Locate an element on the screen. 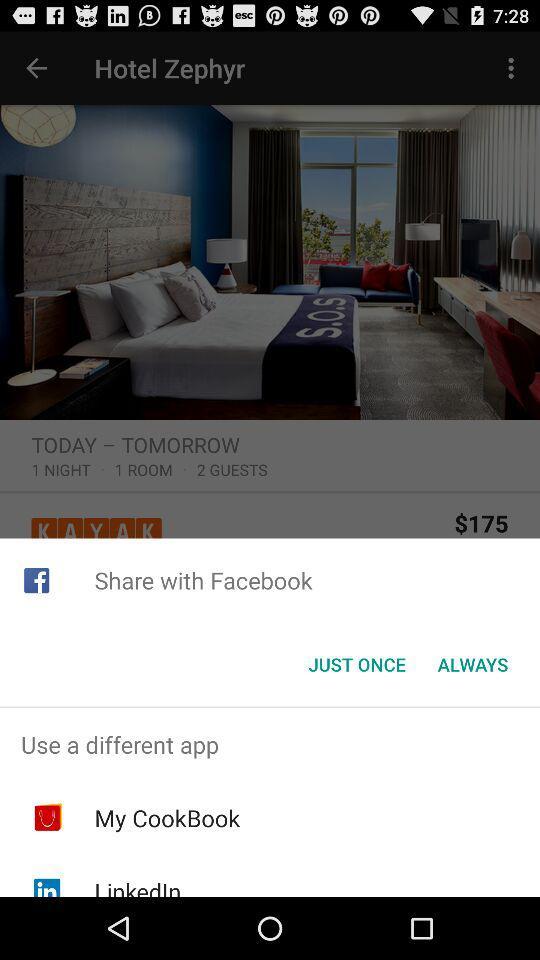 The width and height of the screenshot is (540, 960). the my cookbook is located at coordinates (166, 818).